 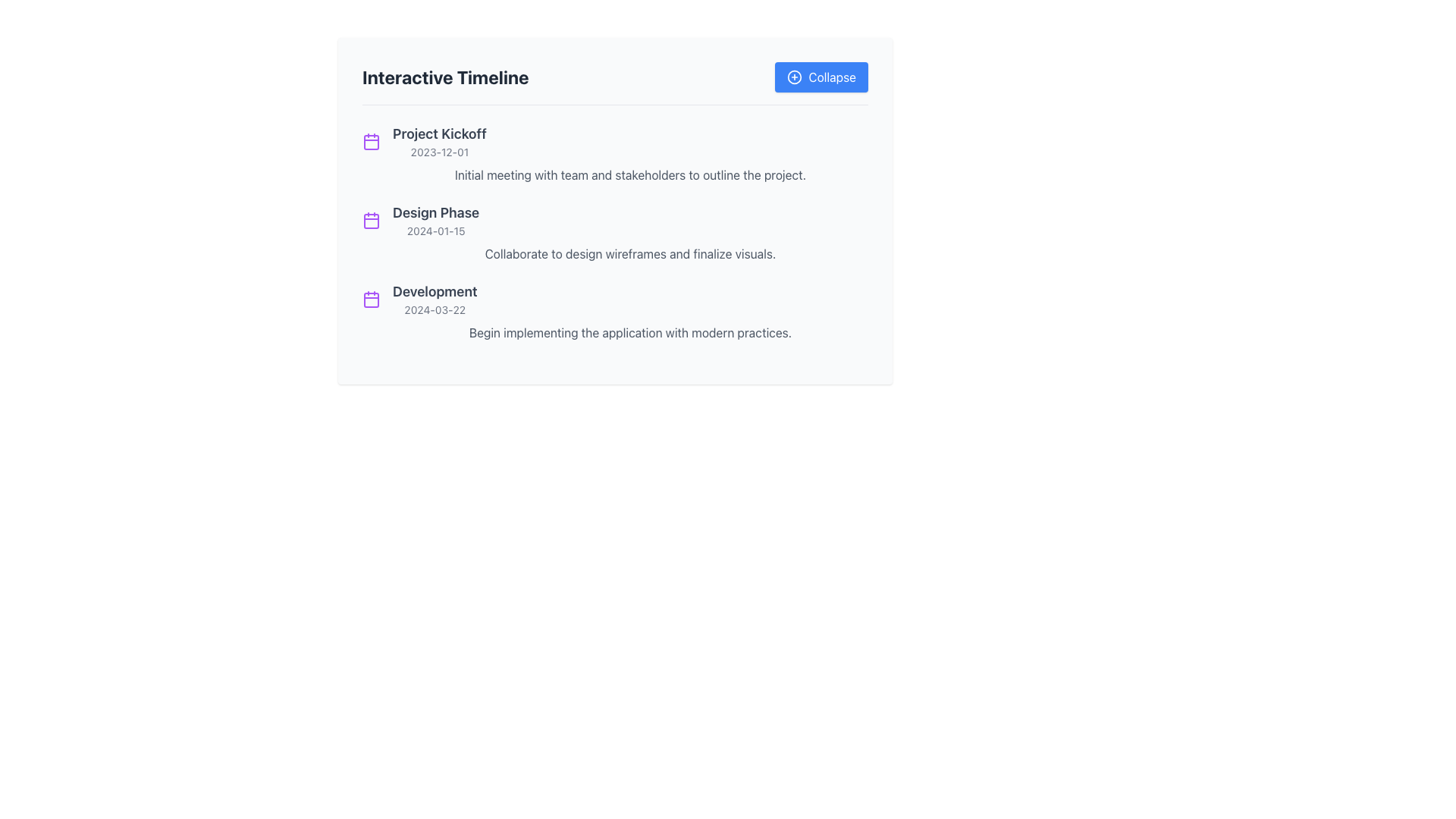 What do you see at coordinates (615, 332) in the screenshot?
I see `the text element reading 'Begin implementing the application with modern practices.' located below the heading 'Development' and the date '2024-03-22'` at bounding box center [615, 332].